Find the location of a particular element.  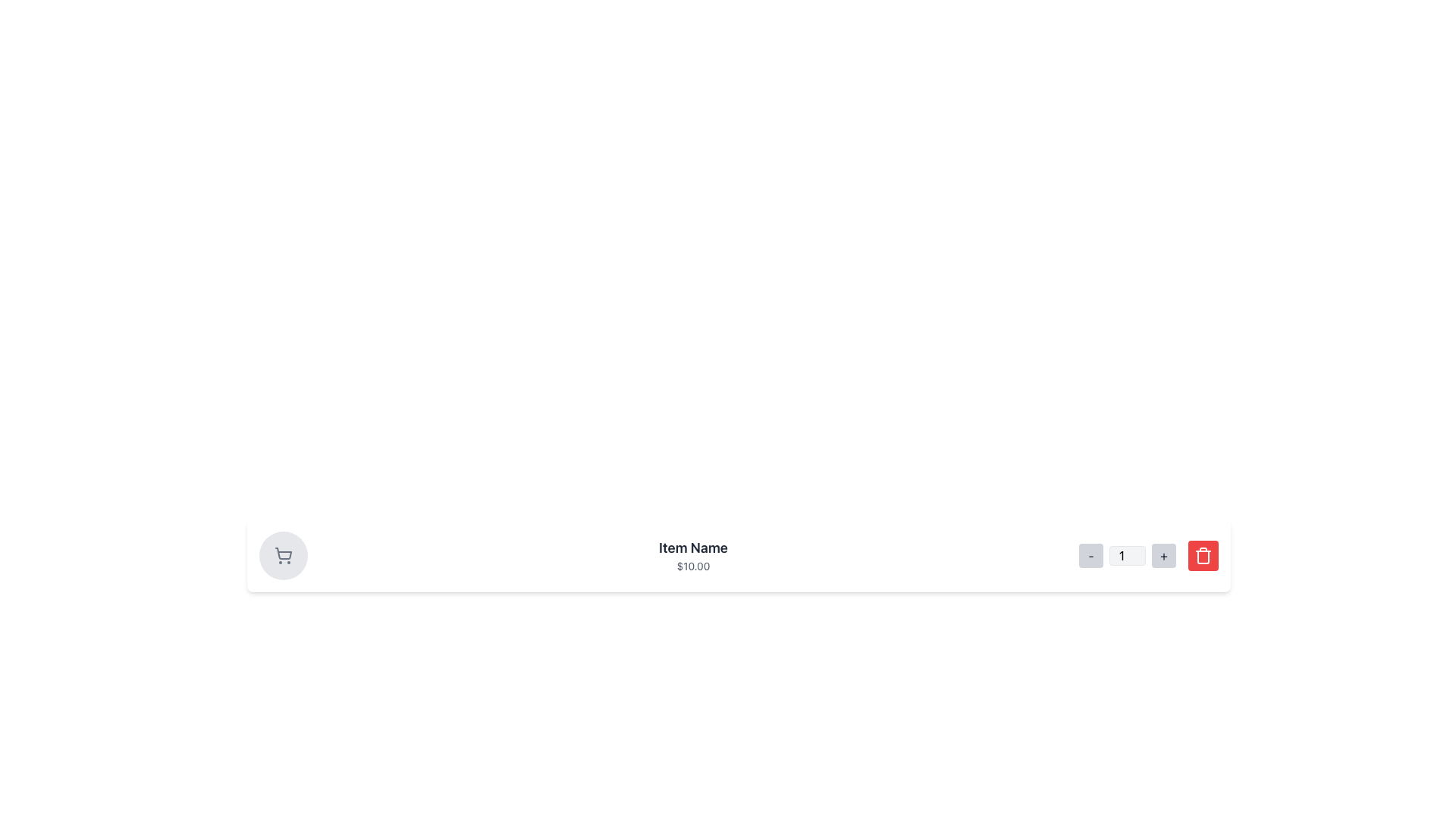

the Text display component that shows 'Item Name' and '$10.00', located between a circular icon and quantity adjustment buttons is located at coordinates (692, 555).